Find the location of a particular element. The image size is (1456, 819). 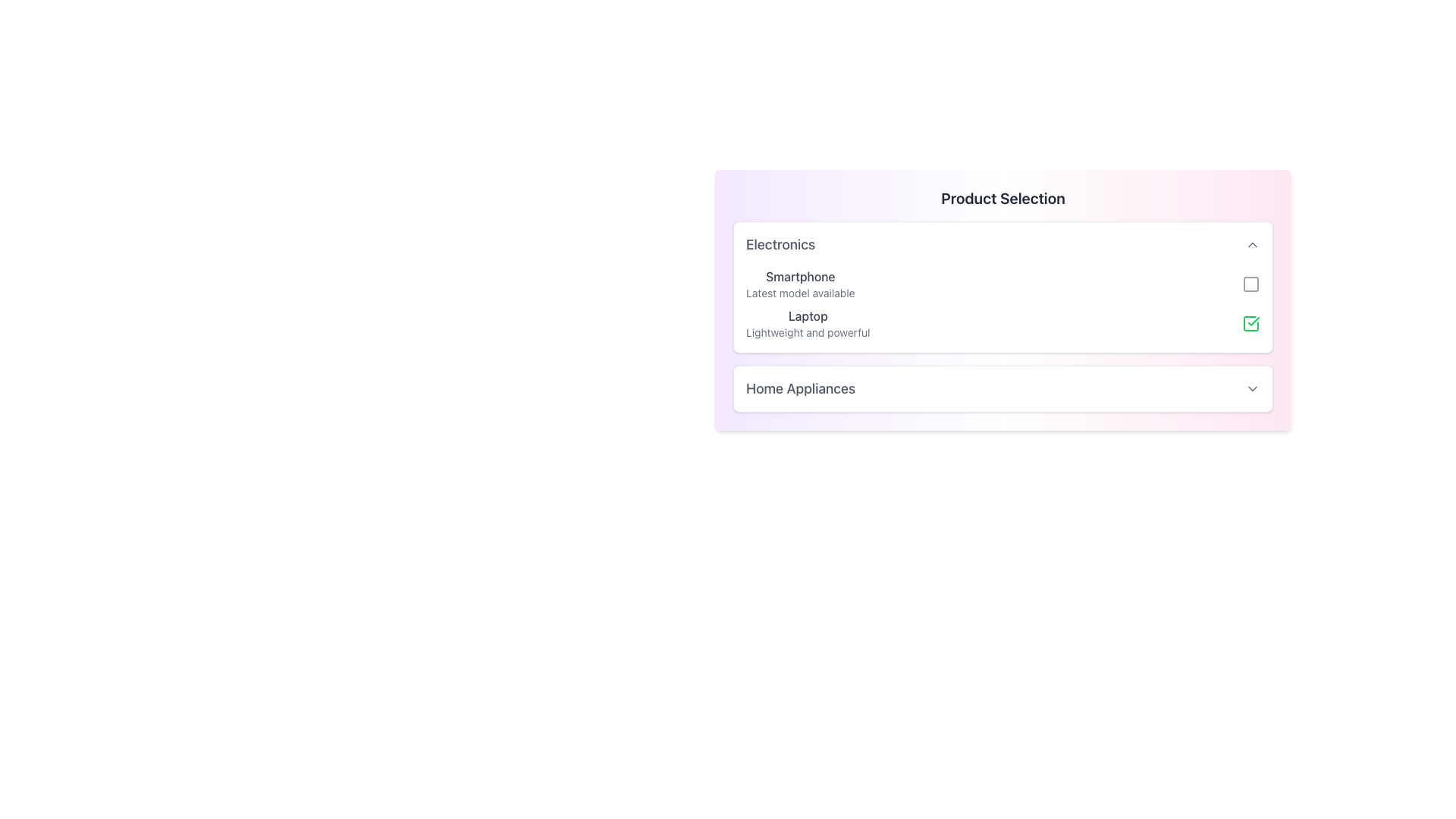

the checkbox associated with the laptop product in the Electronics section is located at coordinates (1003, 323).